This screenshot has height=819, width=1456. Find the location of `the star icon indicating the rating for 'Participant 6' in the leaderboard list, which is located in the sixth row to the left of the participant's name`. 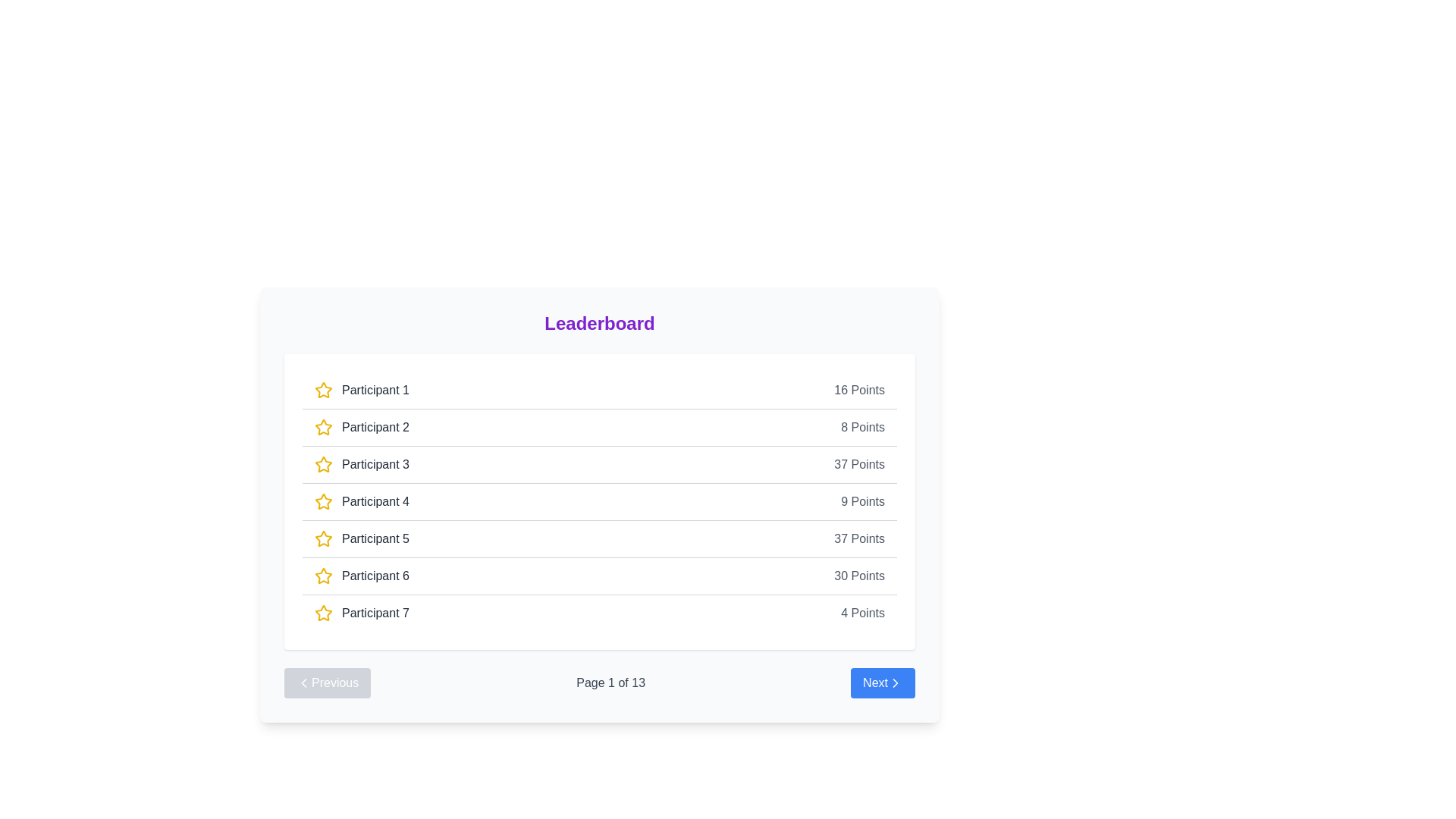

the star icon indicating the rating for 'Participant 6' in the leaderboard list, which is located in the sixth row to the left of the participant's name is located at coordinates (323, 576).